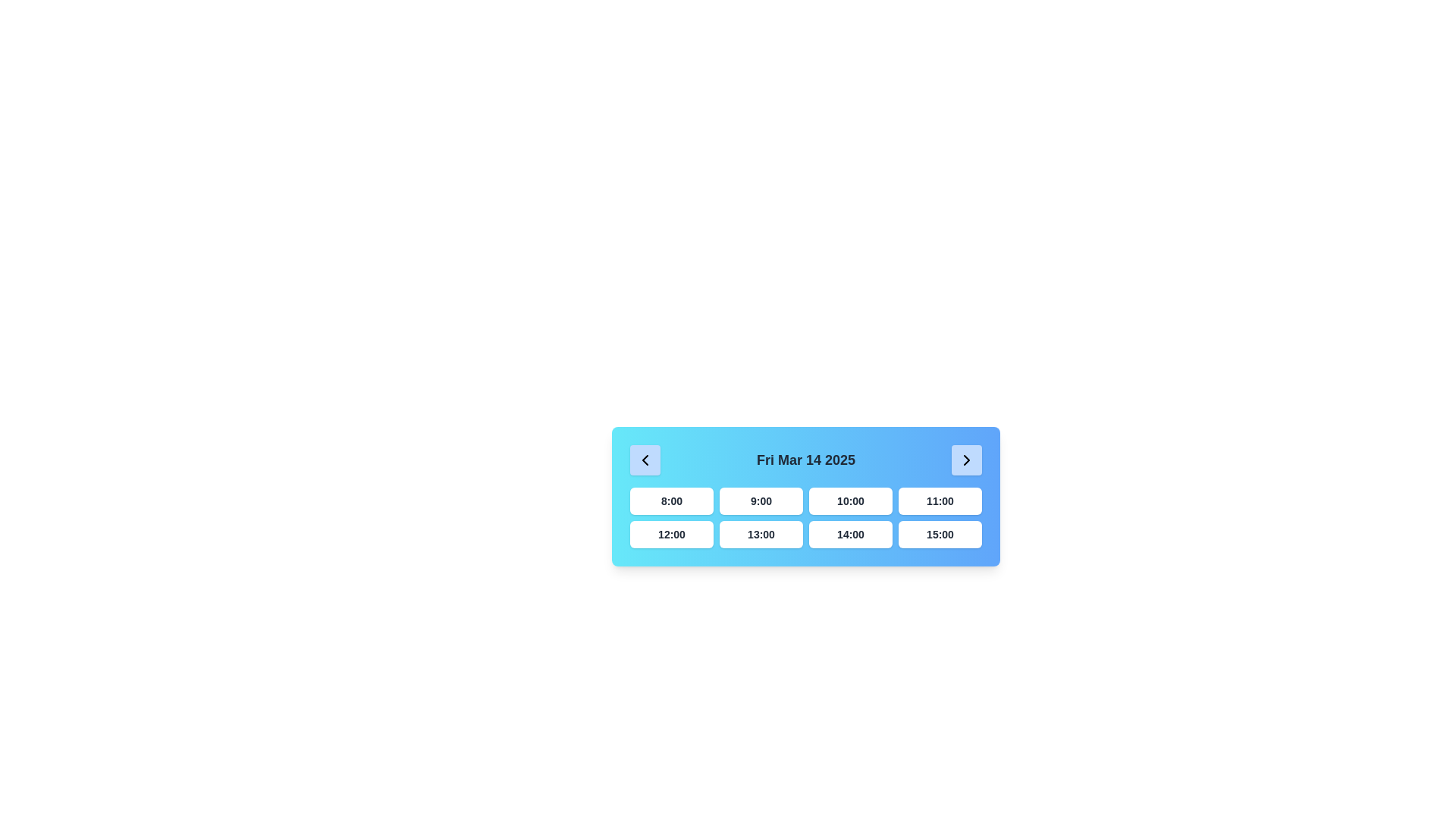 The image size is (1456, 819). Describe the element at coordinates (851, 500) in the screenshot. I see `the time selection button labeled '10:00', which is a rectangular button with a white background and rounded corners, located in the top row of the grid layout between '9:00' and '11:00'` at that location.